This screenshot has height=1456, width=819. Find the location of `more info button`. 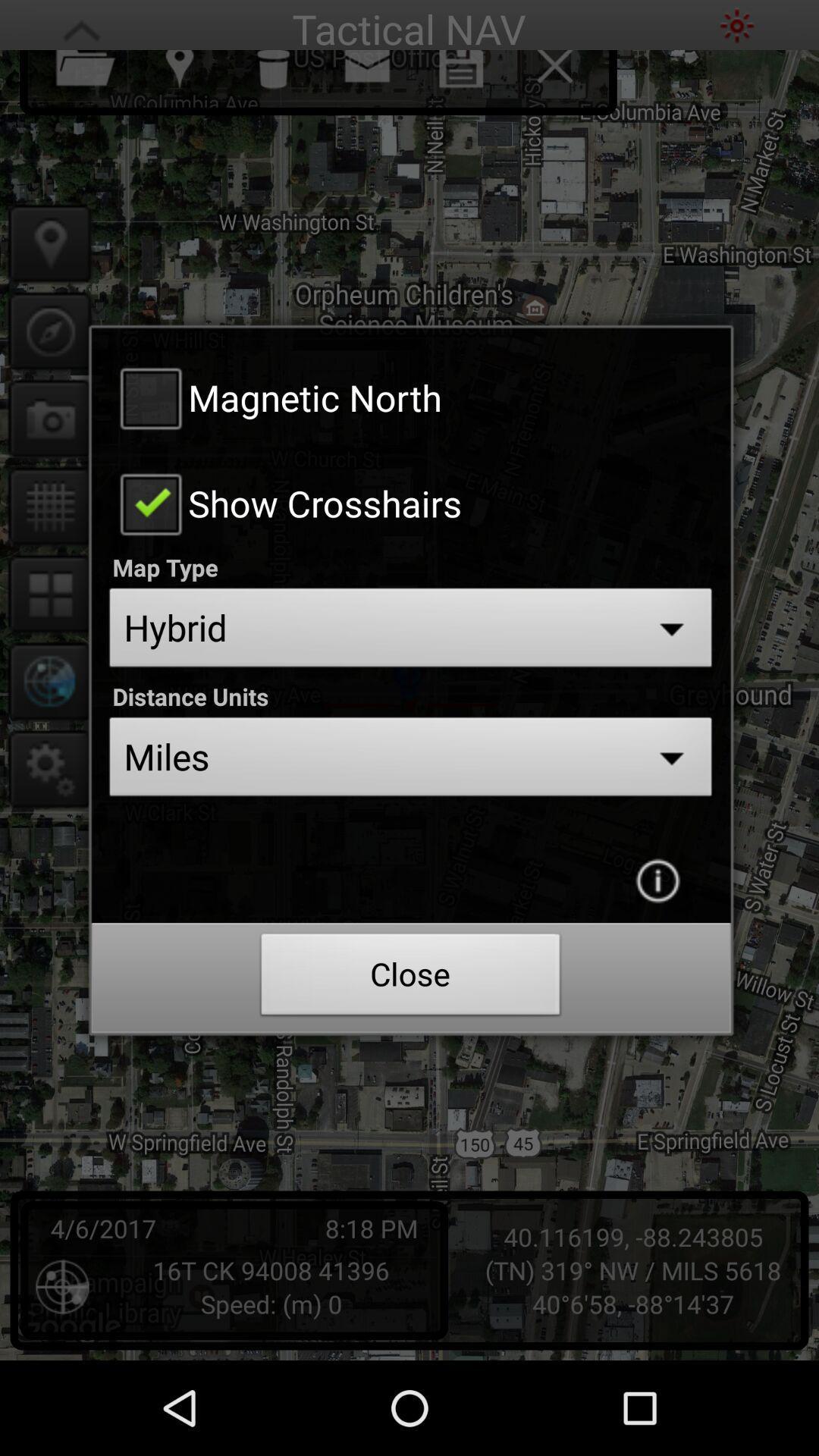

more info button is located at coordinates (657, 880).